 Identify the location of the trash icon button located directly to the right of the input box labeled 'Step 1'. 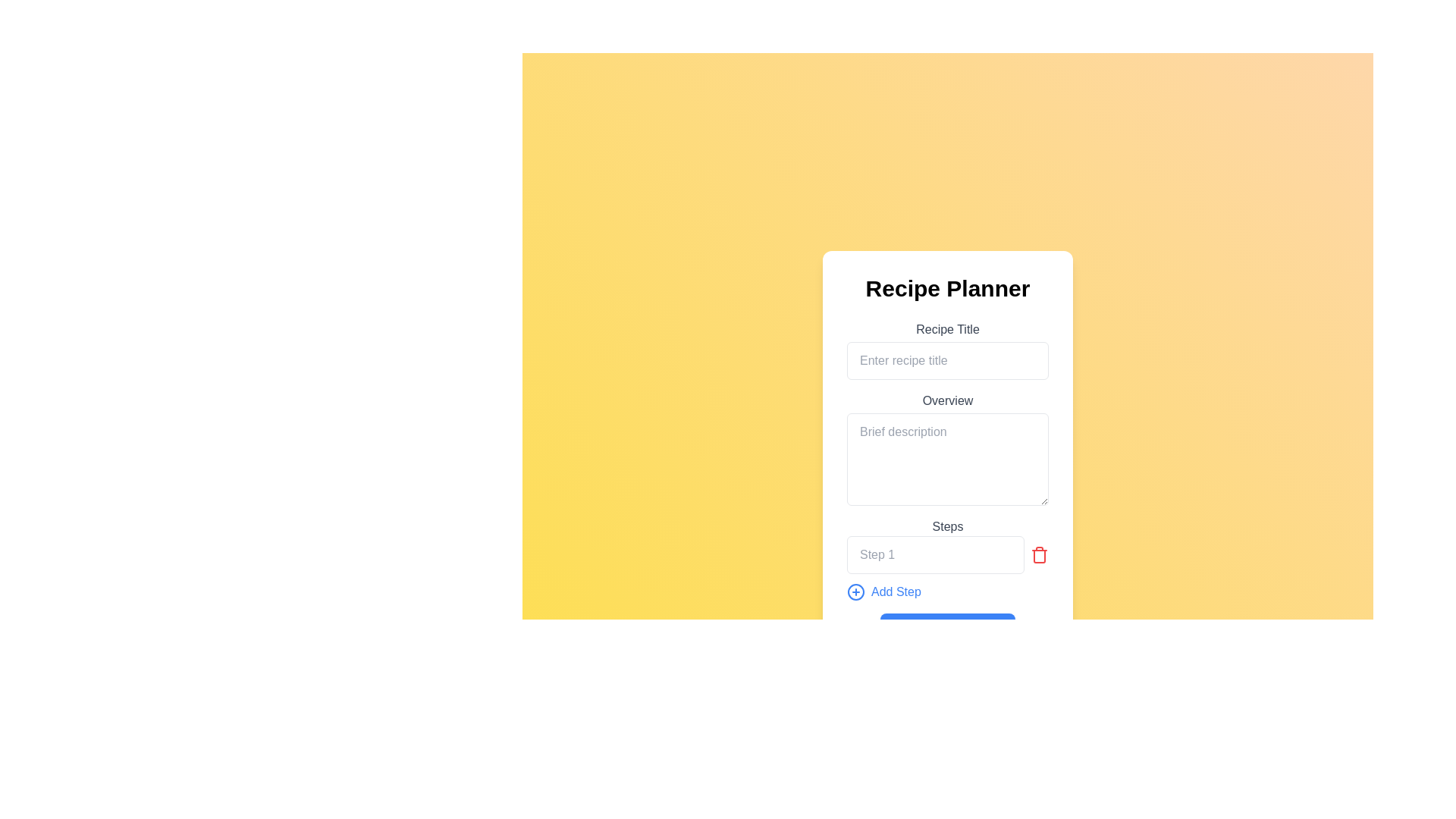
(1039, 554).